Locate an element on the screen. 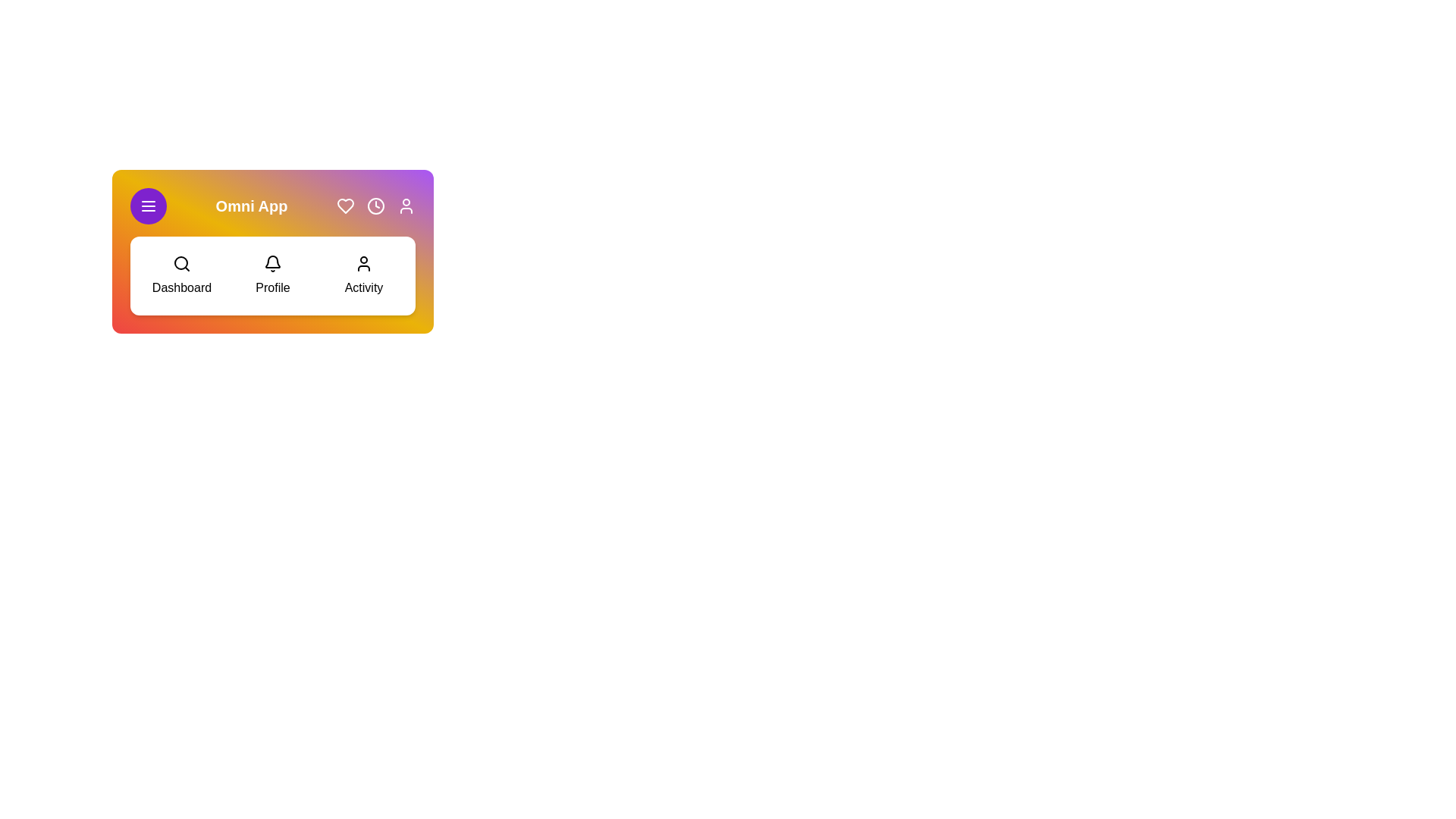 The width and height of the screenshot is (1456, 819). the 'Activity' option in the menu is located at coordinates (364, 275).